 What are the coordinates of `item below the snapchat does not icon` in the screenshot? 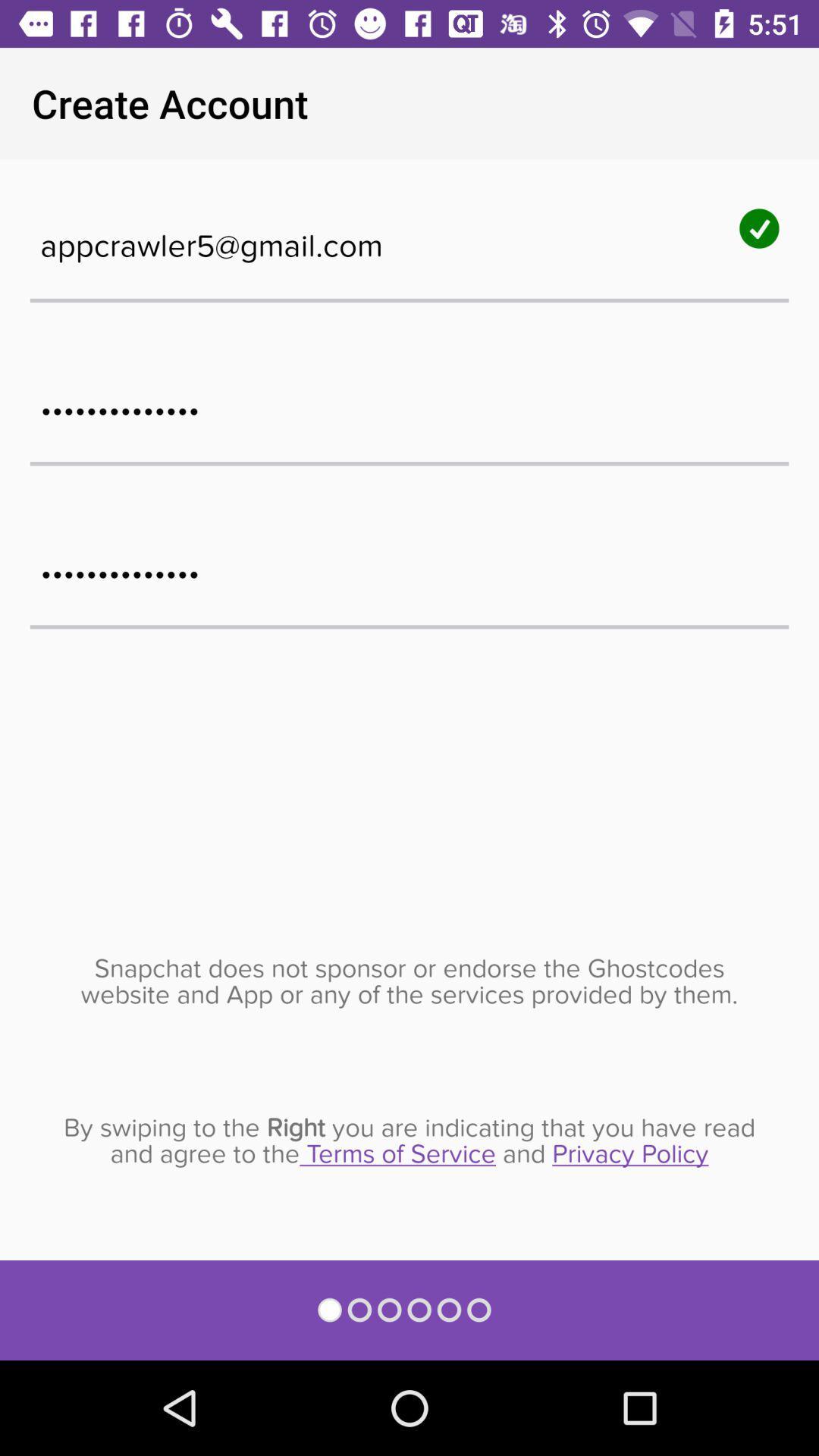 It's located at (409, 1141).